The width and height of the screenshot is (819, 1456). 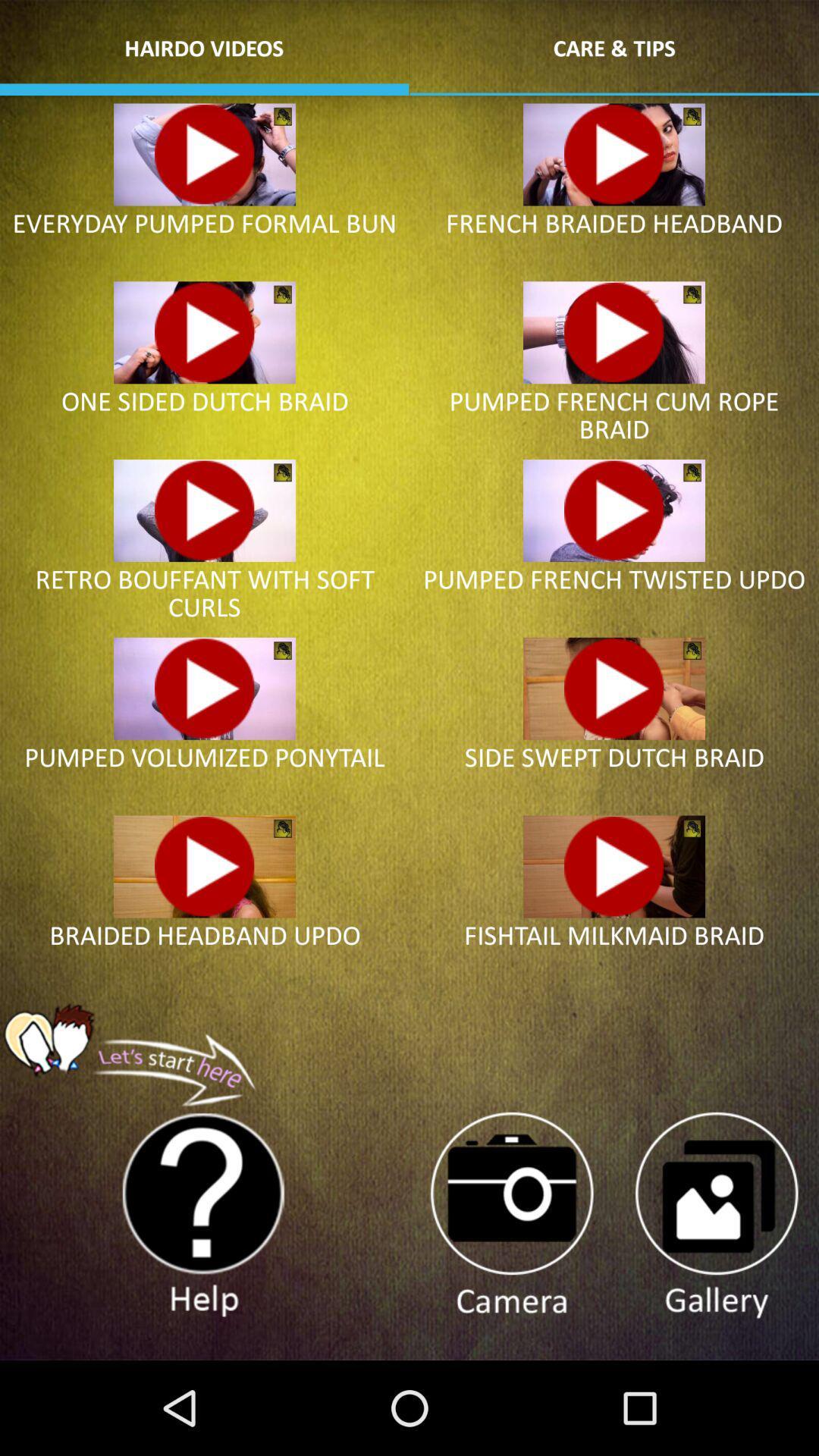 What do you see at coordinates (203, 1216) in the screenshot?
I see `help more information` at bounding box center [203, 1216].